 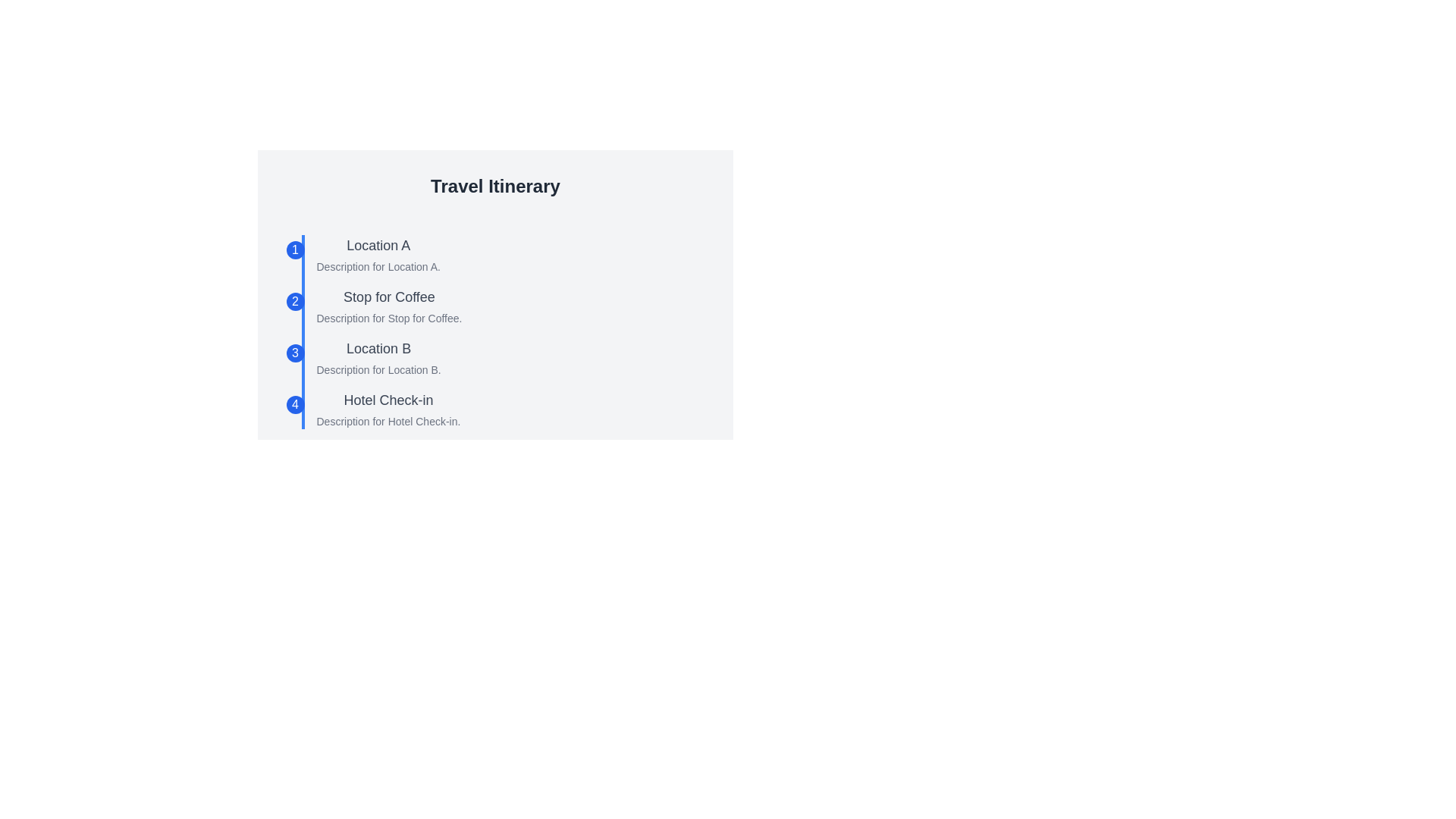 What do you see at coordinates (389, 318) in the screenshot?
I see `the text label displaying 'Description for Stop for Coffee.' which is styled in a smaller gray font and located below the heading 'Stop for Coffee'` at bounding box center [389, 318].